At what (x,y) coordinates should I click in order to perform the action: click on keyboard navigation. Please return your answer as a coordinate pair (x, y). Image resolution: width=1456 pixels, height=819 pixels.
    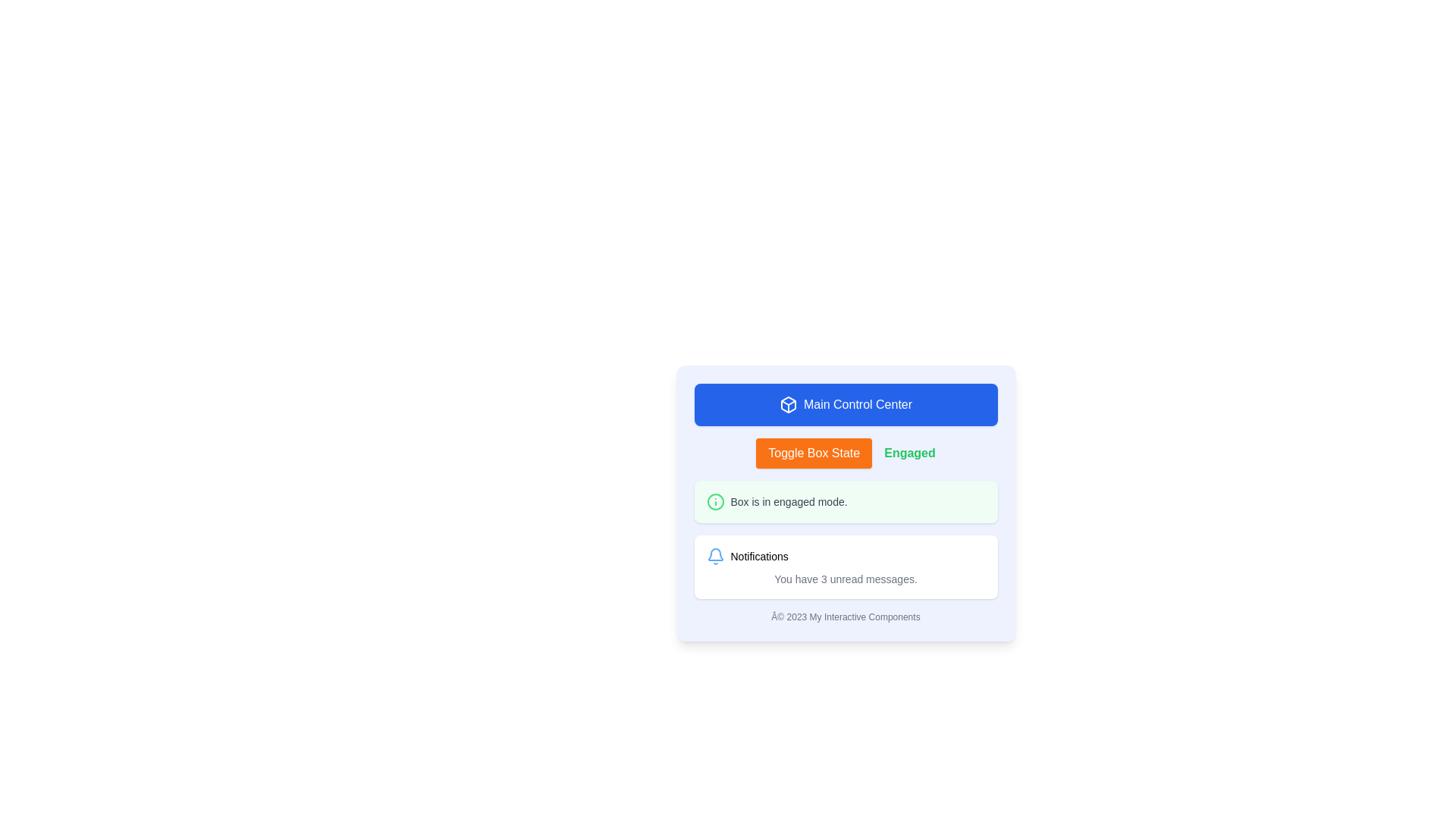
    Looking at the image, I should click on (813, 452).